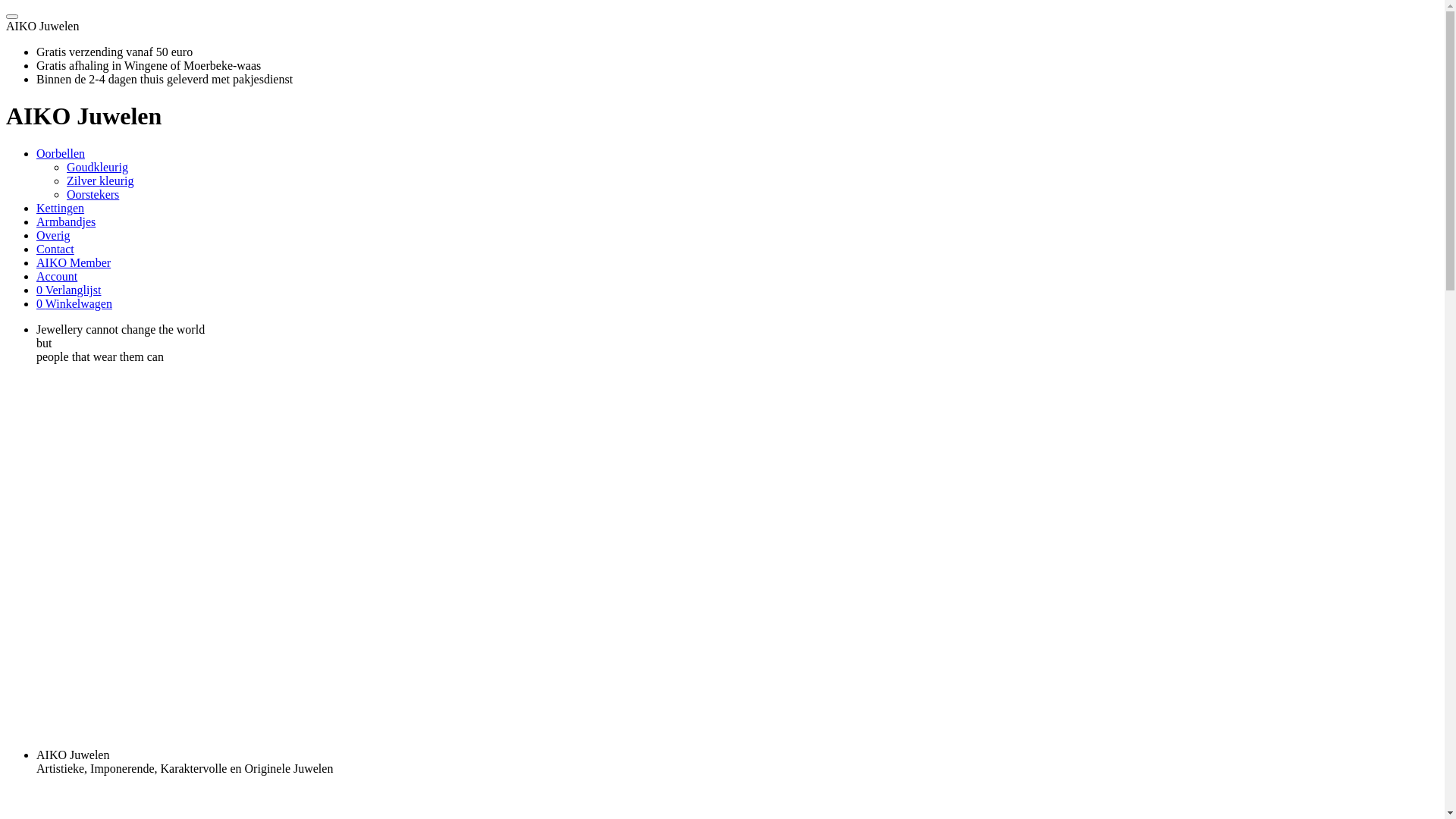 This screenshot has height=819, width=1456. I want to click on 'Kettingen', so click(60, 208).